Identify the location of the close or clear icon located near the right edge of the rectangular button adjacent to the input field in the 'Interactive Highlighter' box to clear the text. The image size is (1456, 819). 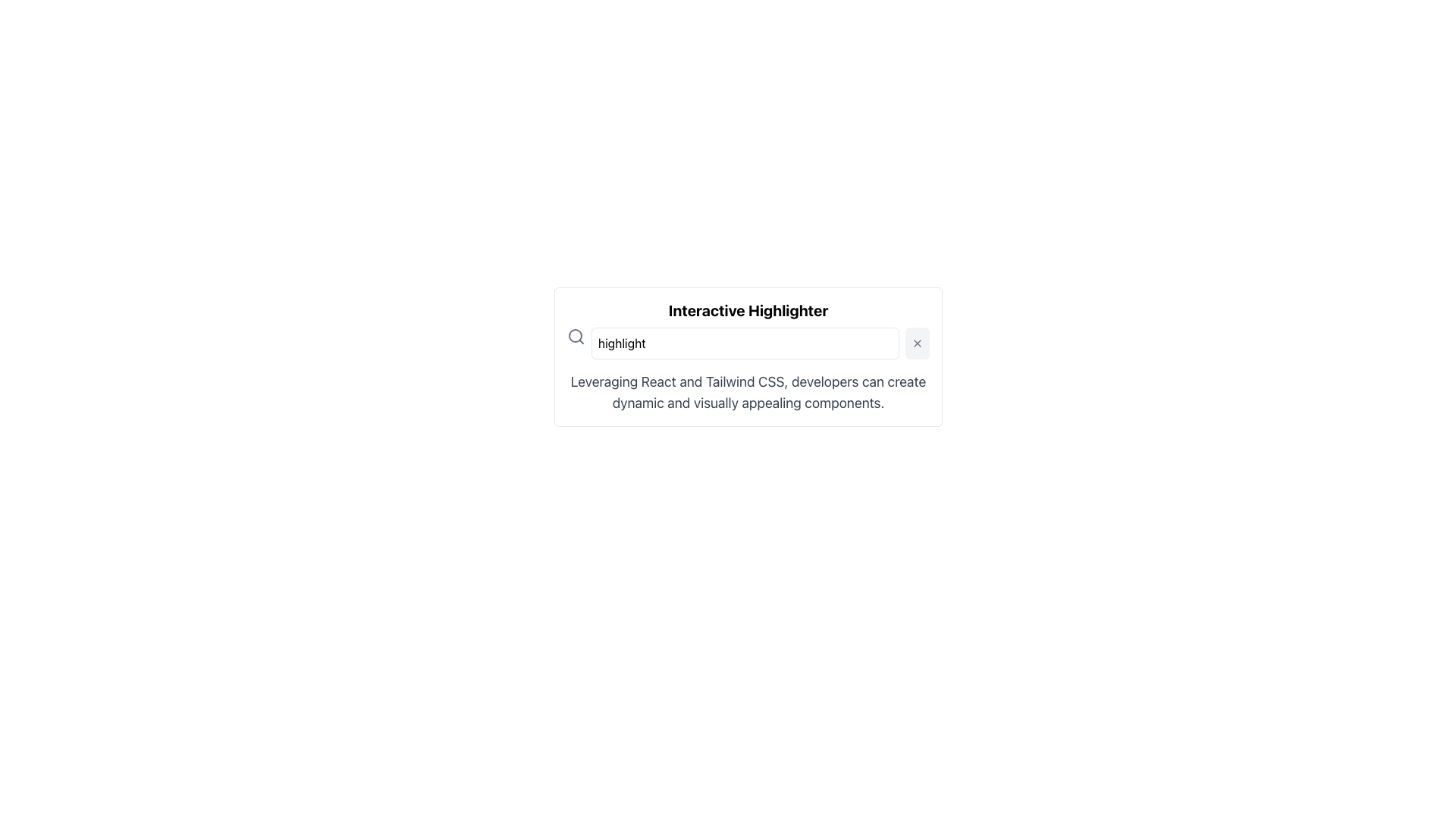
(916, 343).